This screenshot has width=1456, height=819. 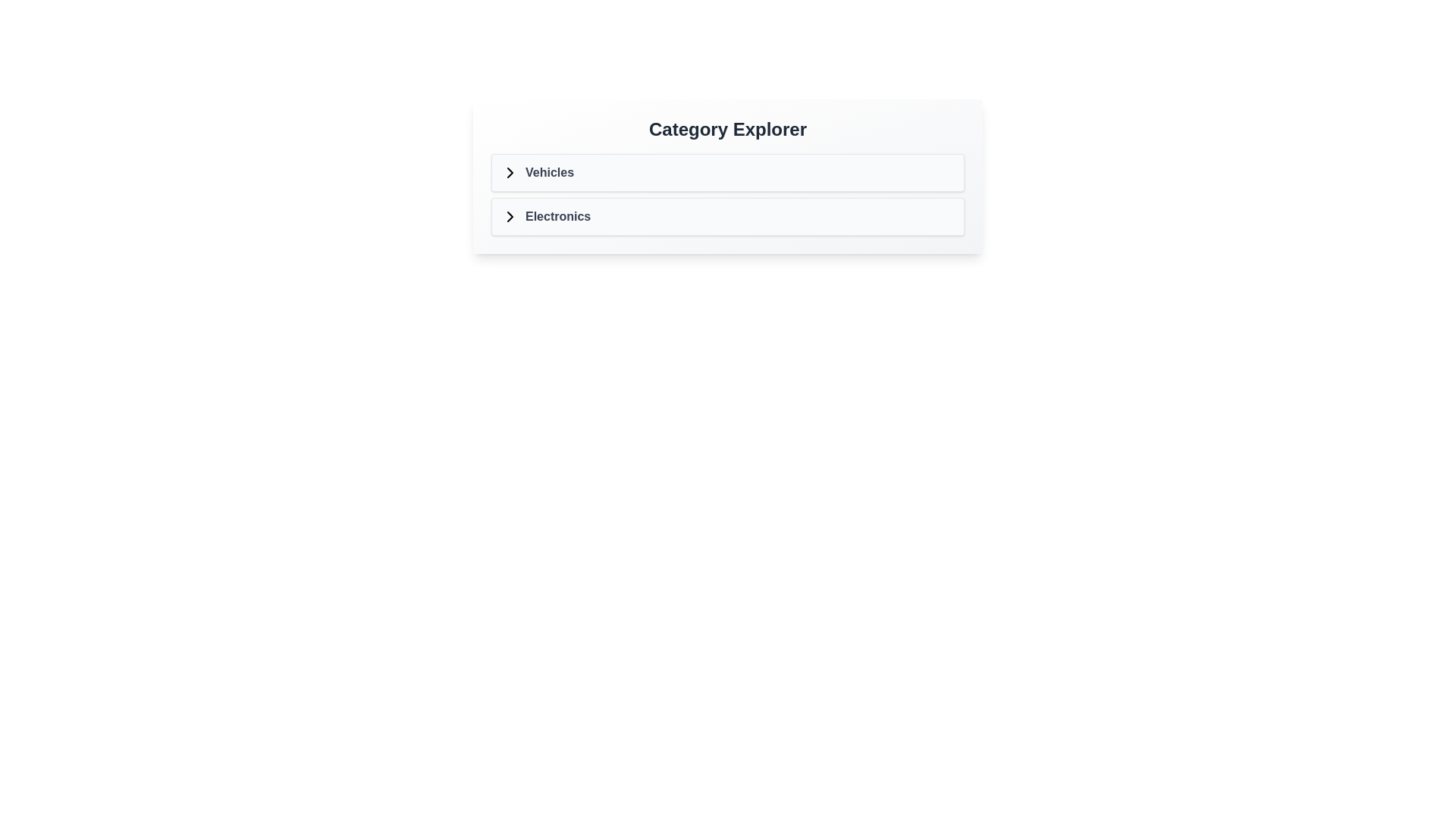 I want to click on static text header labeled 'Category Explorer', which is prominently displayed in large, bold typography at the top section of the viewport, so click(x=728, y=128).